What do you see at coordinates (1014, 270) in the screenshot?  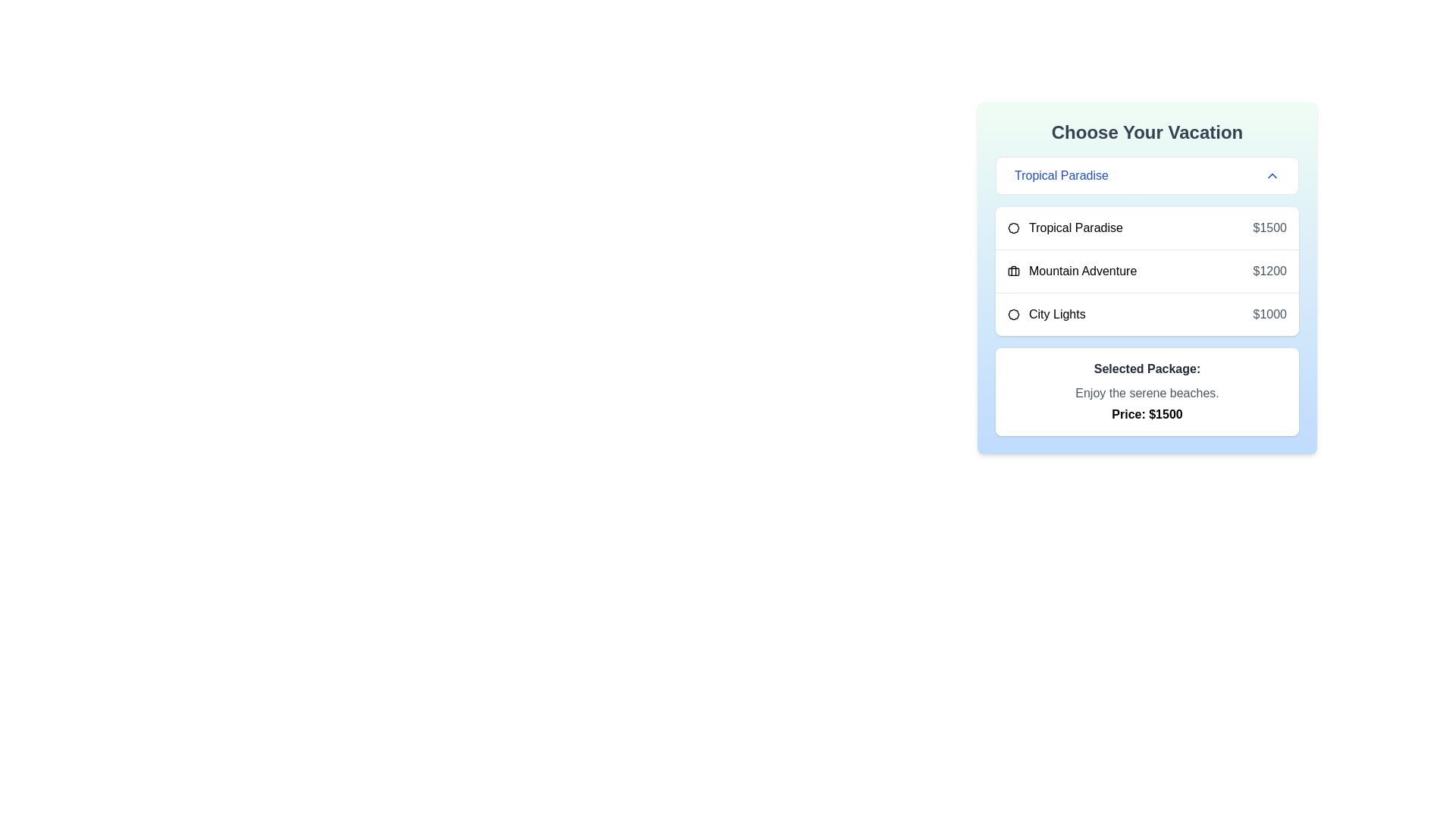 I see `the 'Mountain Adventure' option which is represented by a vertical line segment icon within an SVG, located in the second line of the options list` at bounding box center [1014, 270].